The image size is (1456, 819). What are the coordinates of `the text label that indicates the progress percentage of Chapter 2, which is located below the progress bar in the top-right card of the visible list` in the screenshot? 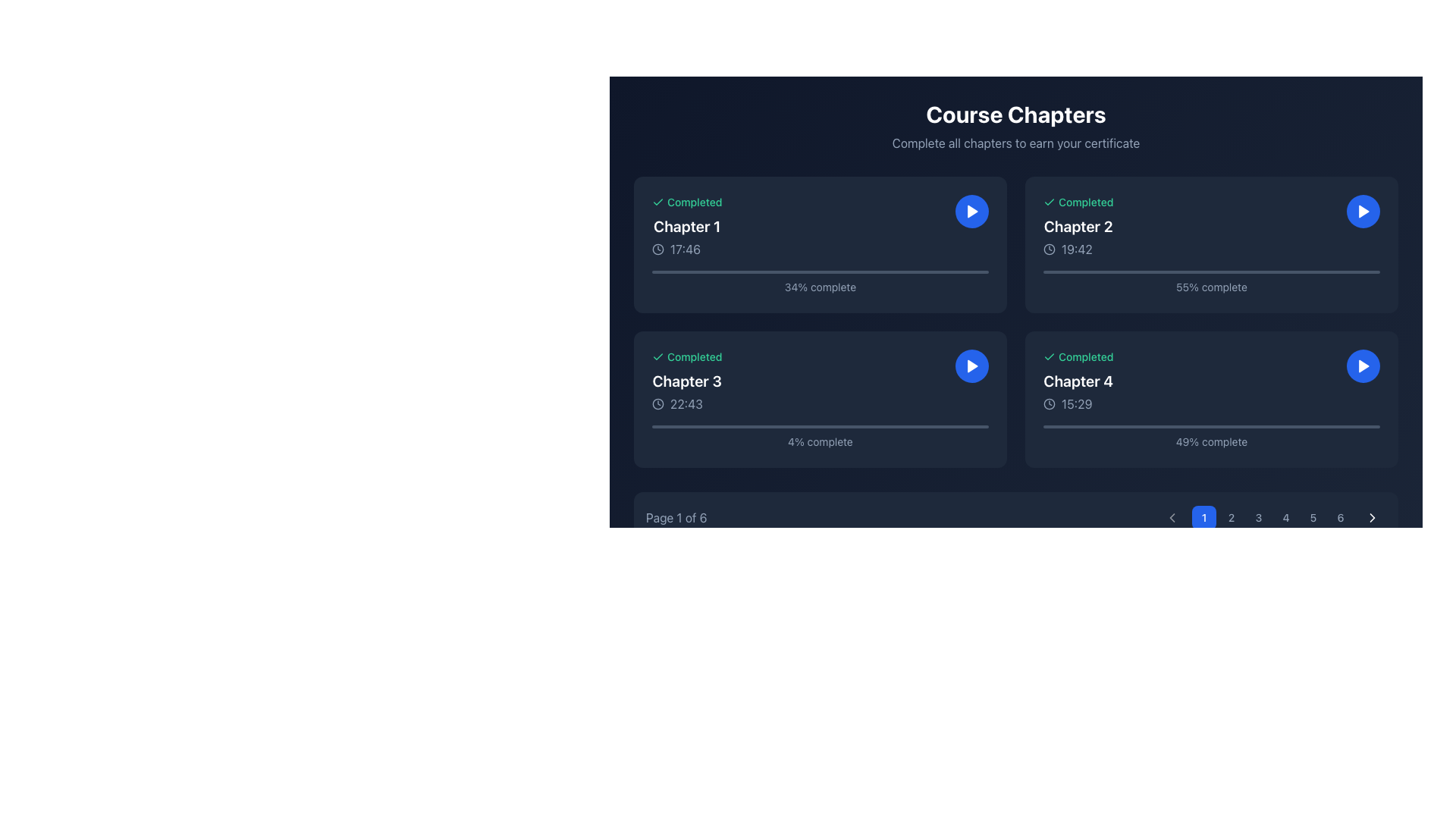 It's located at (1211, 283).